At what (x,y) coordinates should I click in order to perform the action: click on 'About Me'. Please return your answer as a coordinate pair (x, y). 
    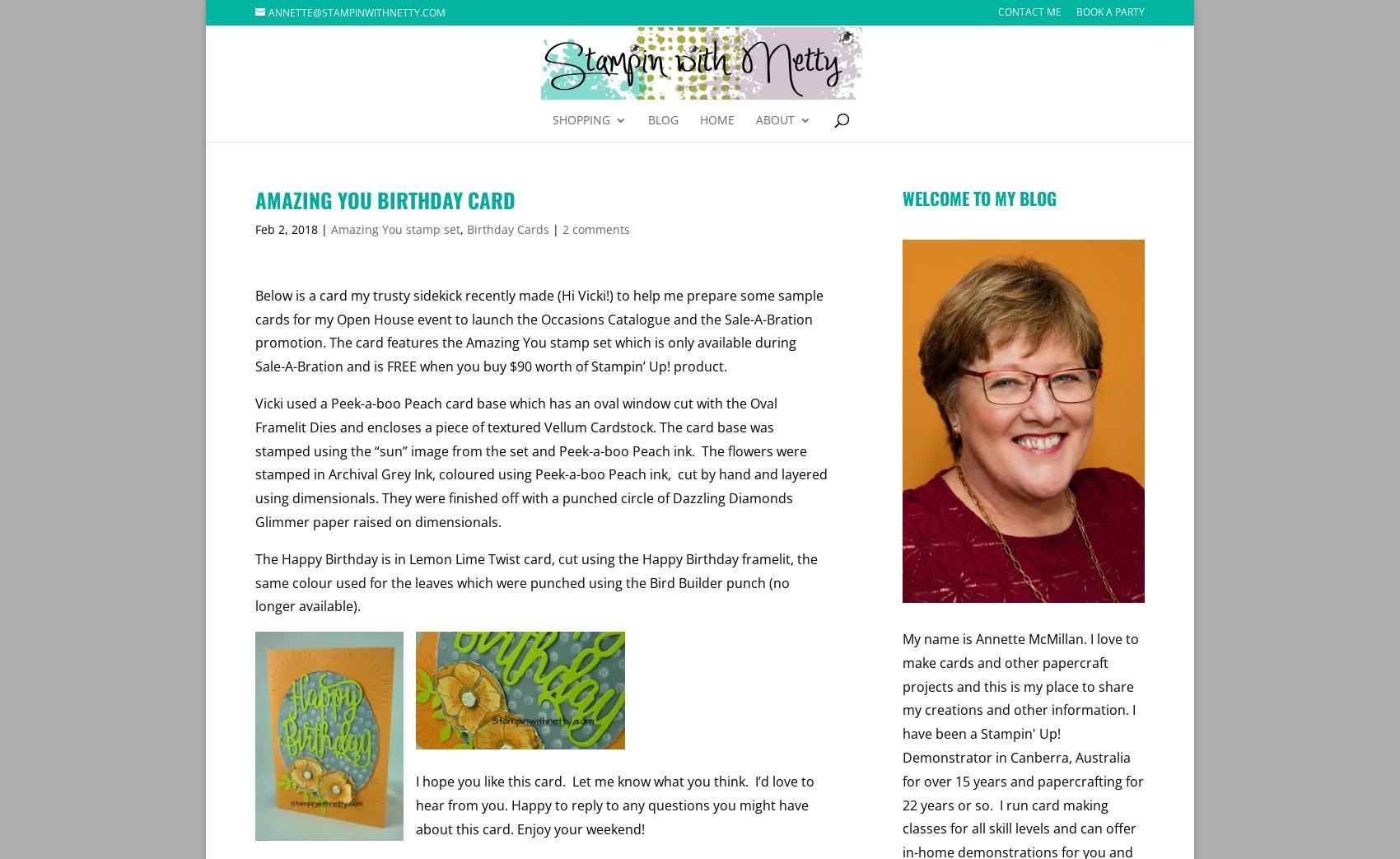
    Looking at the image, I should click on (787, 175).